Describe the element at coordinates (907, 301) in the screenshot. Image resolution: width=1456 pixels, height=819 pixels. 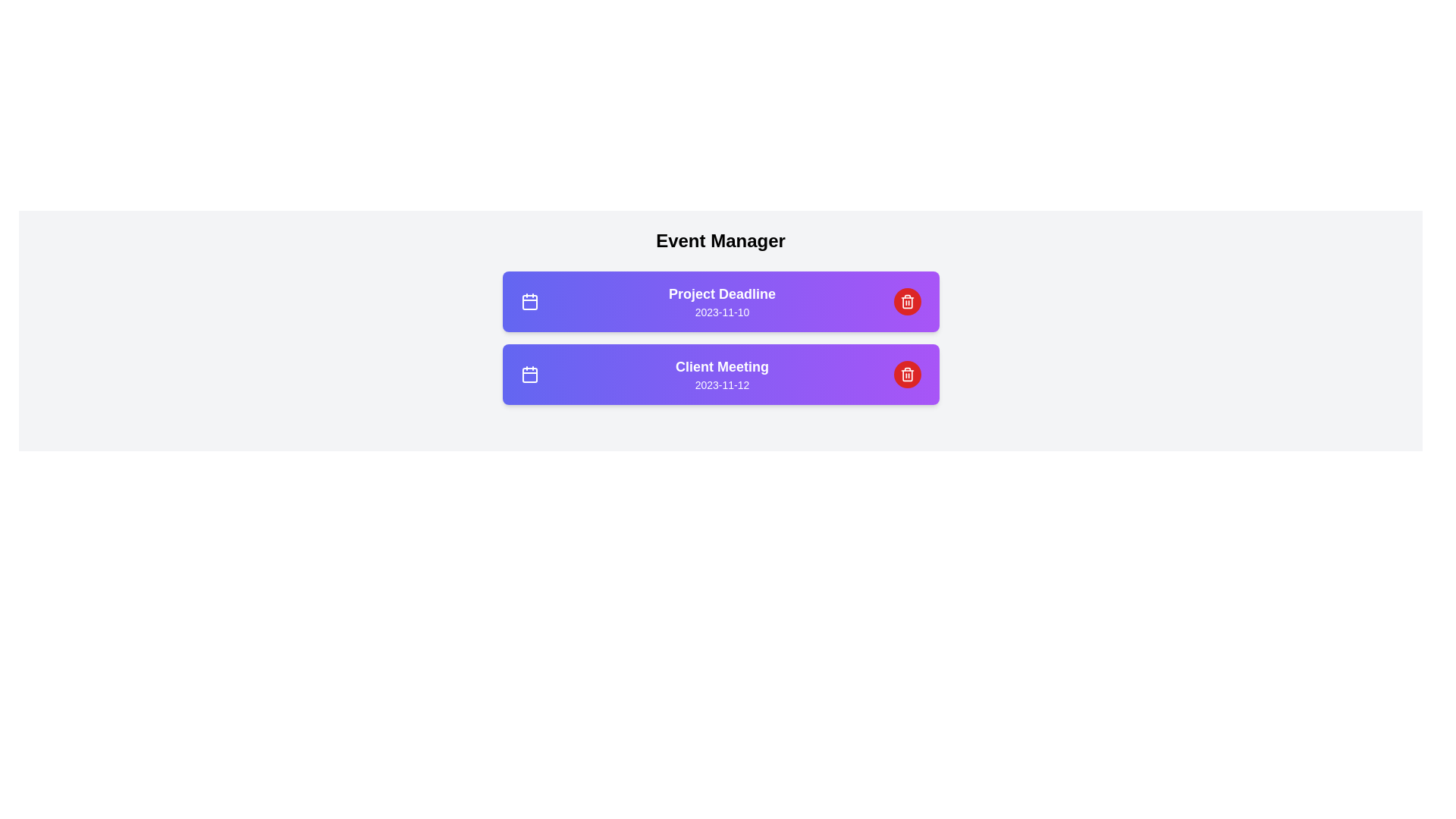
I see `delete button for the event titled Project Deadline` at that location.